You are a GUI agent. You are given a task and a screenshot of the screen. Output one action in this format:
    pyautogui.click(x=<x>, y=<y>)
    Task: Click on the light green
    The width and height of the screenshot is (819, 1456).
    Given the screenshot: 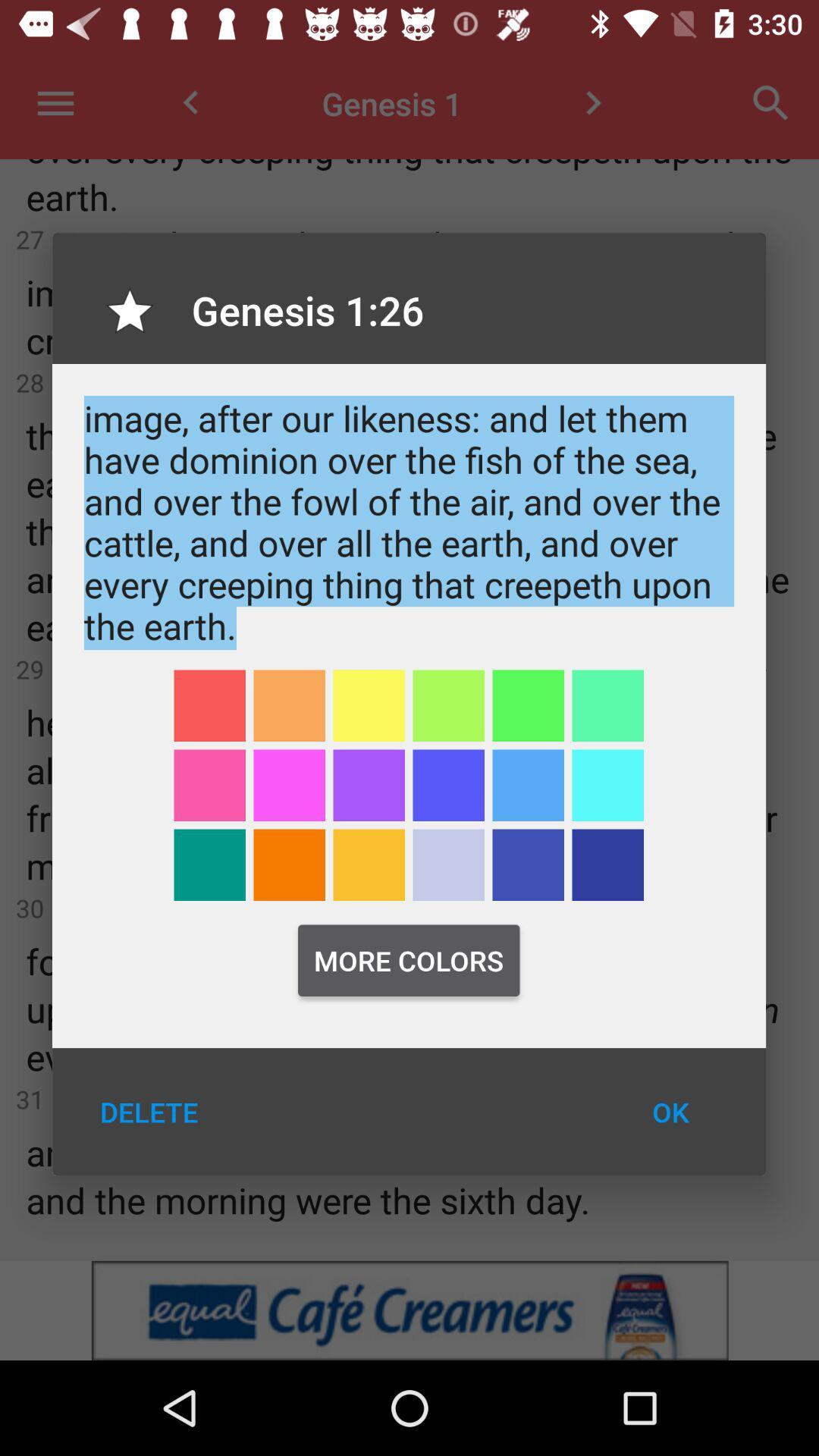 What is the action you would take?
    pyautogui.click(x=447, y=704)
    